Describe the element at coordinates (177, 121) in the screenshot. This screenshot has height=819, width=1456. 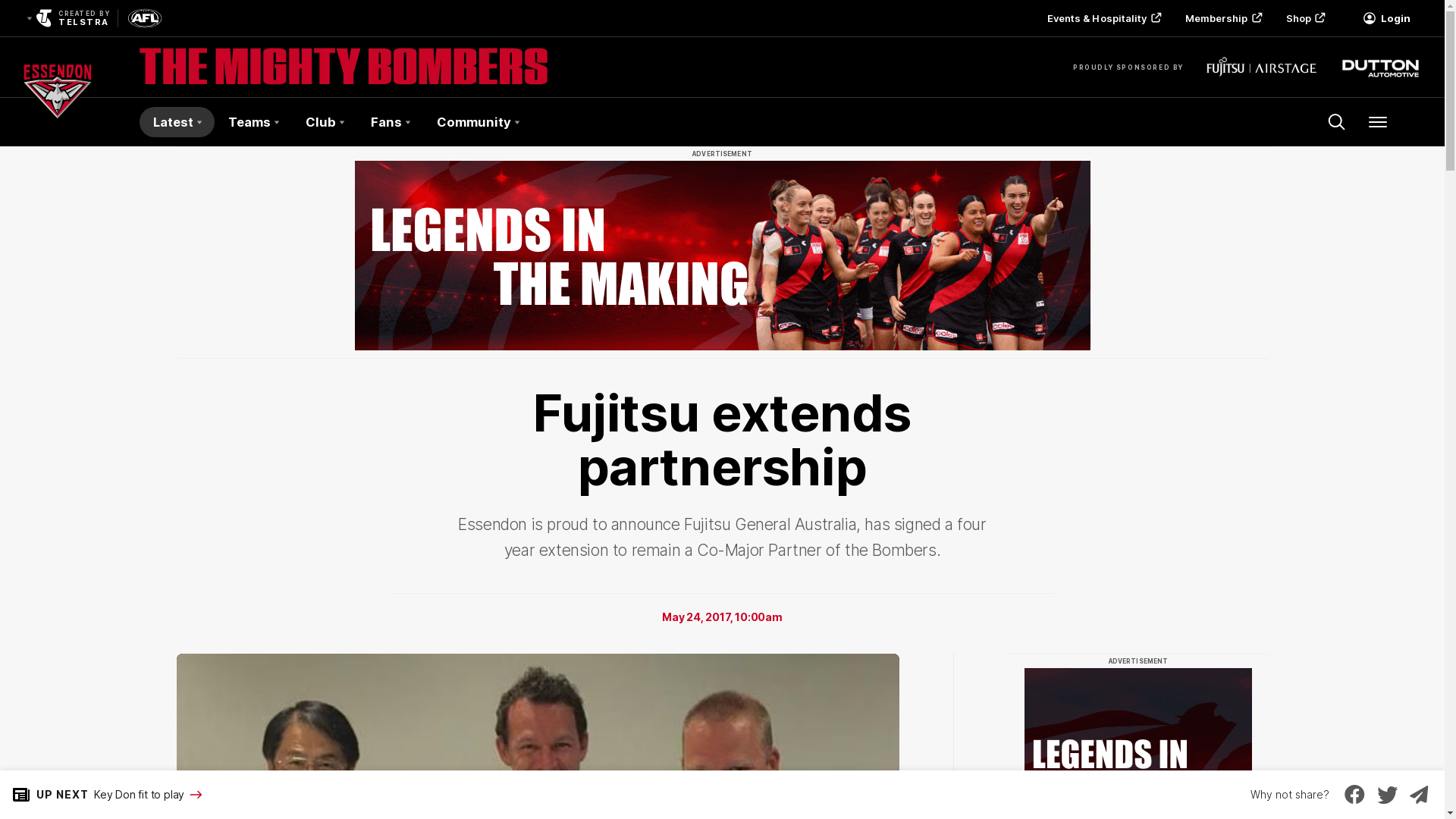
I see `'Latest'` at that location.